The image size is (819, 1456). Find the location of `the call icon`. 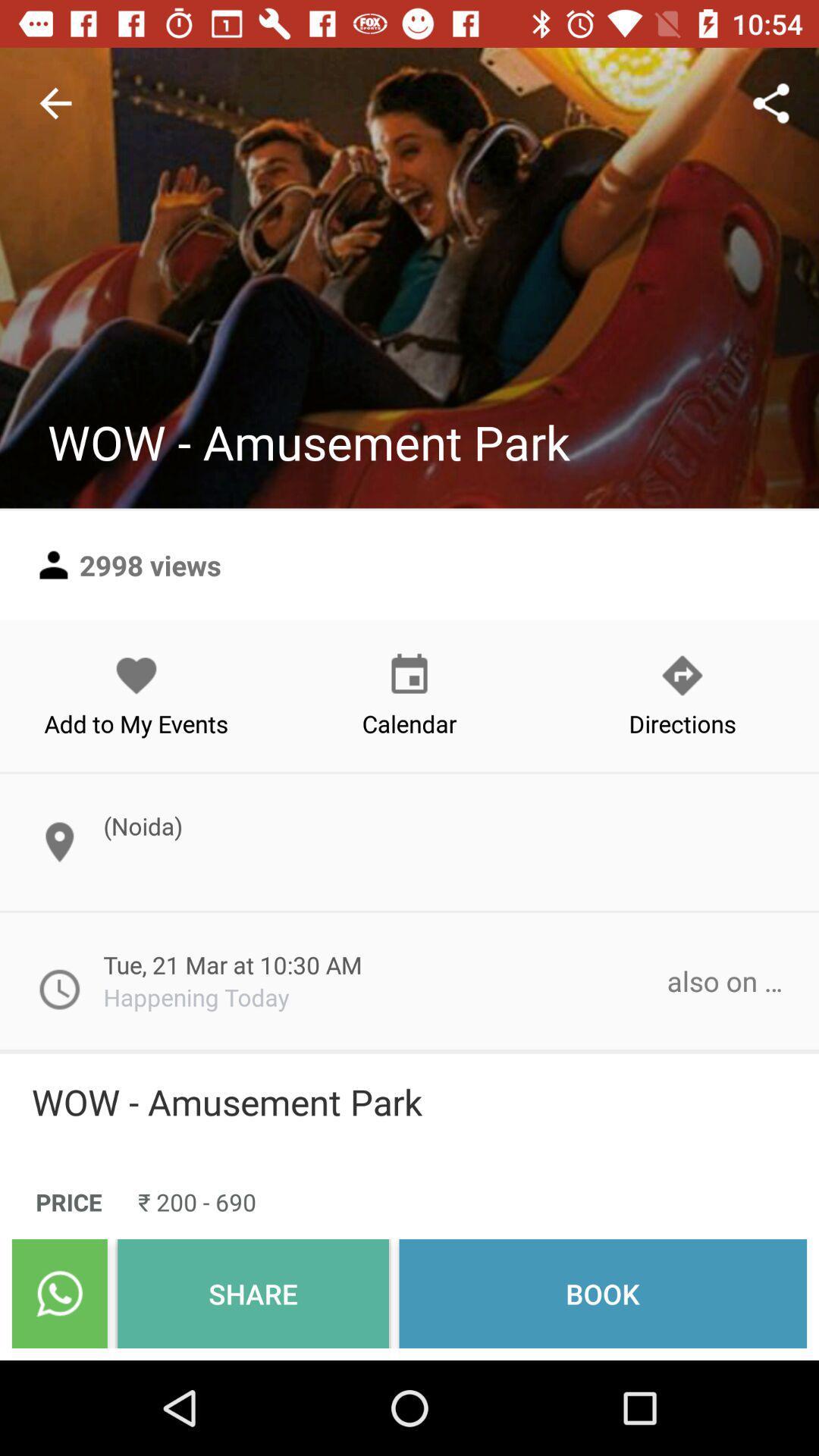

the call icon is located at coordinates (58, 1293).